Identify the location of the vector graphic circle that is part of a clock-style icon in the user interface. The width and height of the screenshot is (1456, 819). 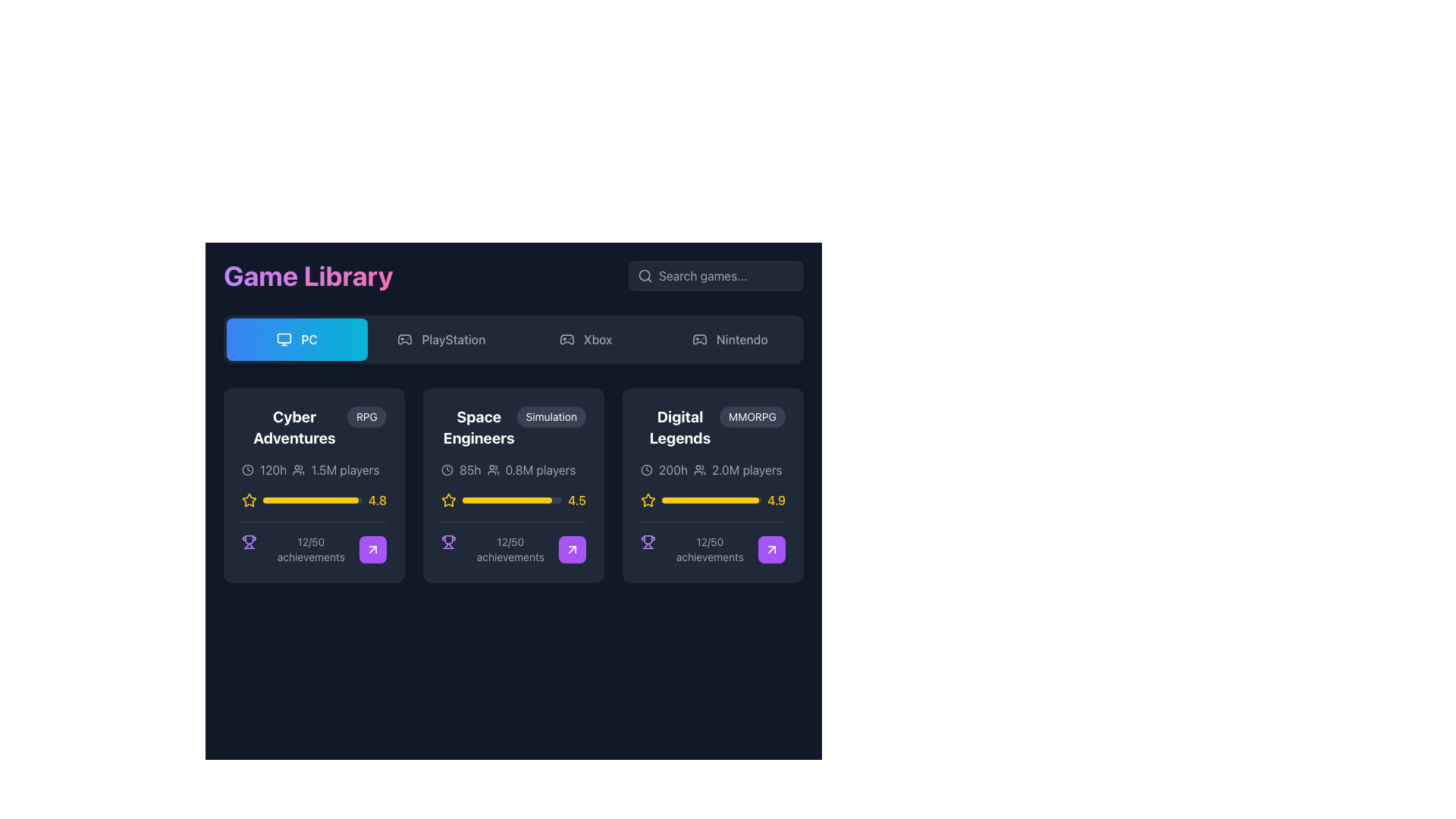
(247, 469).